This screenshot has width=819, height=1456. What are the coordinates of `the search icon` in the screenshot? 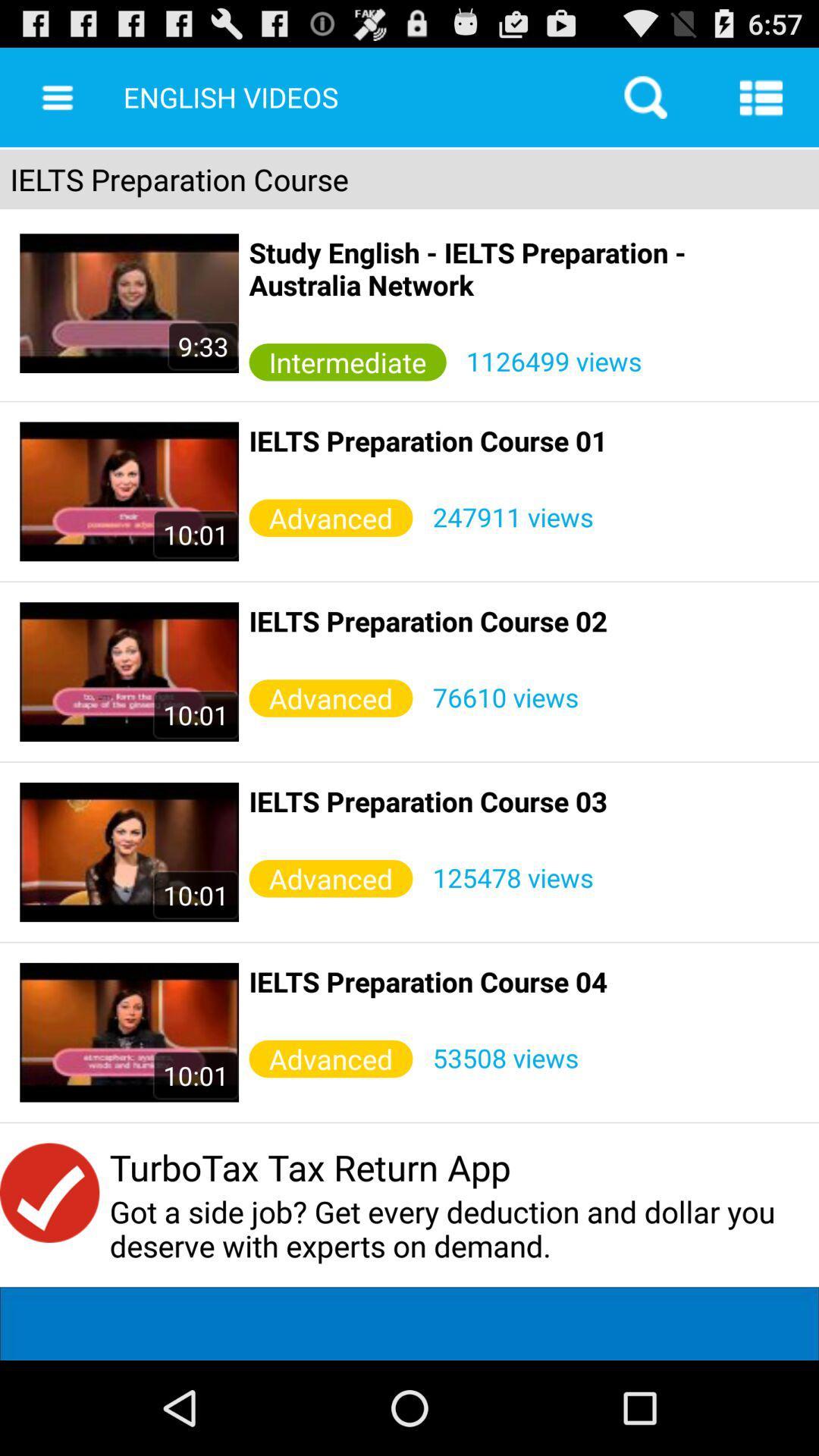 It's located at (645, 103).